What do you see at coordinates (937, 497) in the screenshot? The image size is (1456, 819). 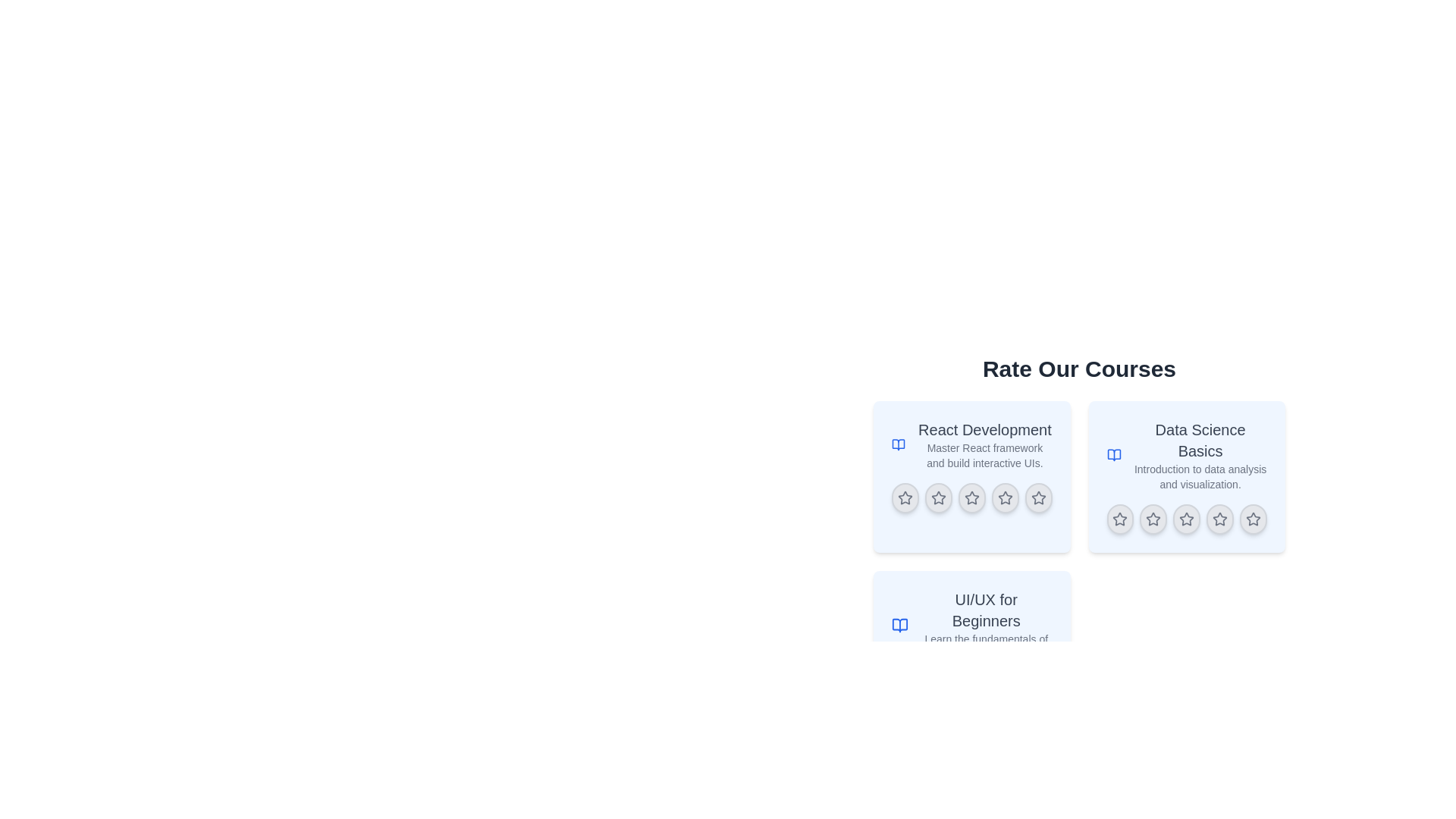 I see `the third SVG star icon in the rating row under the 'React Development' course subsection` at bounding box center [937, 497].